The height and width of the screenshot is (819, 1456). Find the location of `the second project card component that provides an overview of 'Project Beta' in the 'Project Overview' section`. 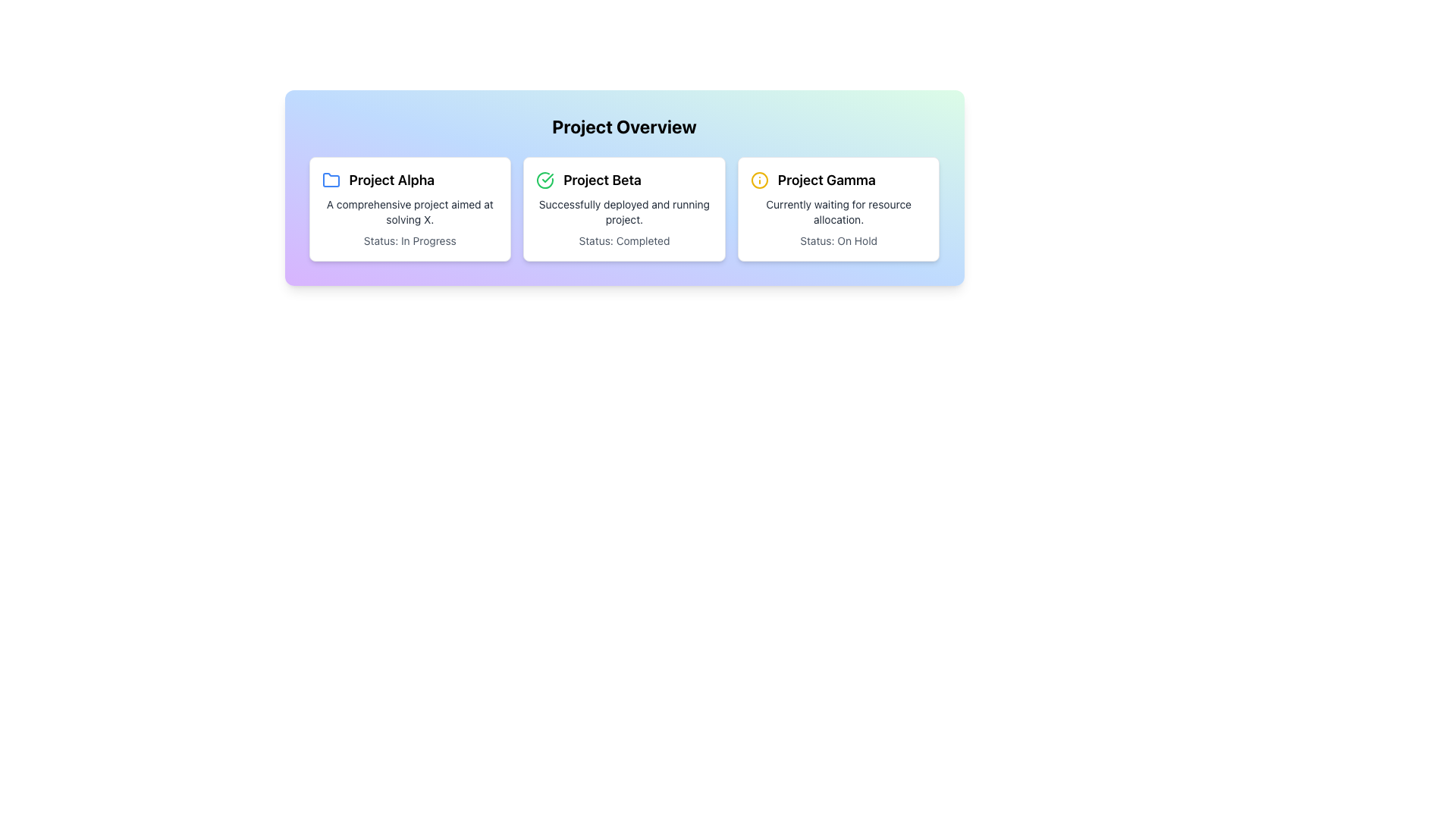

the second project card component that provides an overview of 'Project Beta' in the 'Project Overview' section is located at coordinates (624, 187).